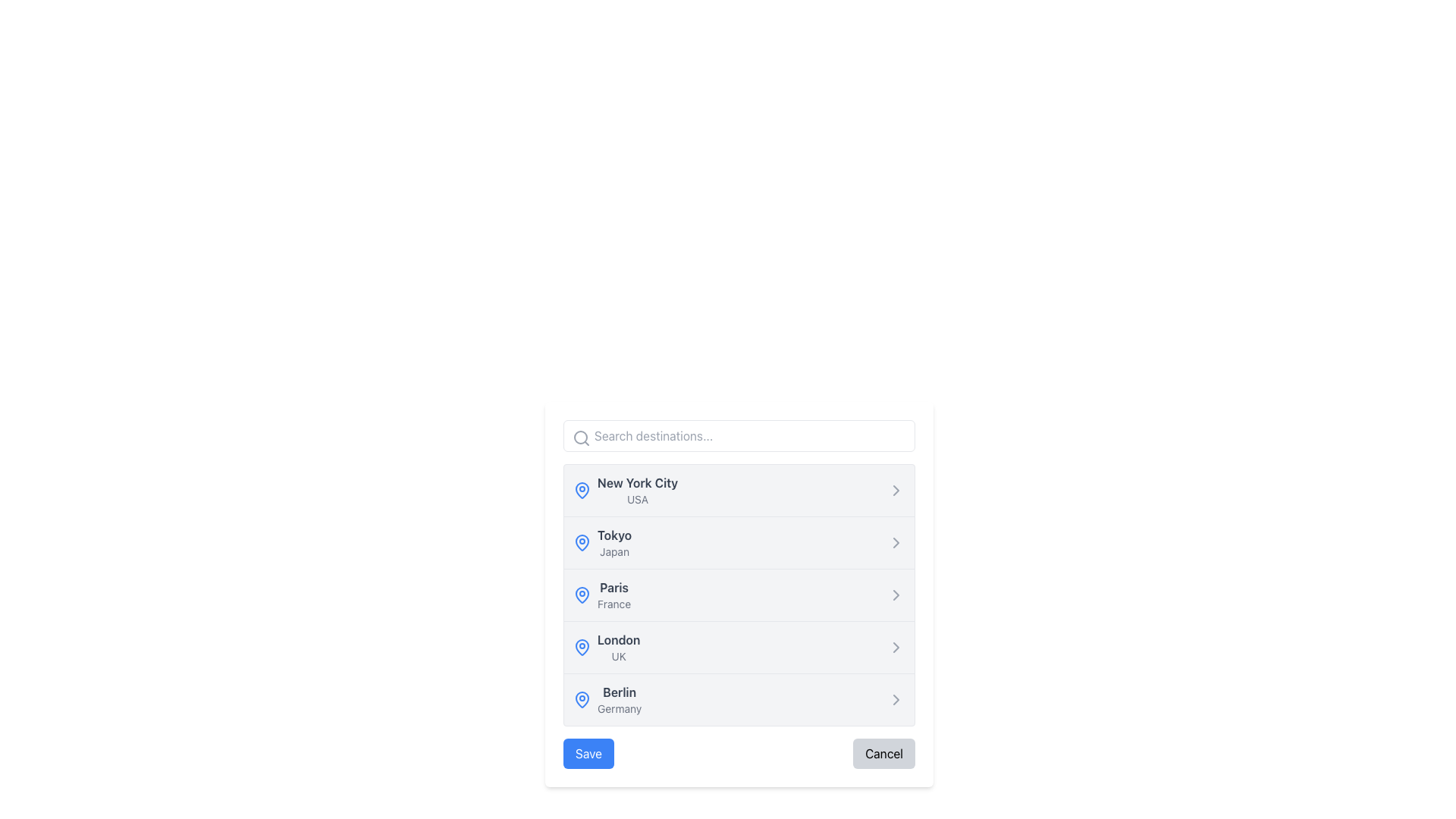 The height and width of the screenshot is (819, 1456). Describe the element at coordinates (739, 699) in the screenshot. I see `the interactive list item for 'Berlin, Germany', which is the fifth row` at that location.